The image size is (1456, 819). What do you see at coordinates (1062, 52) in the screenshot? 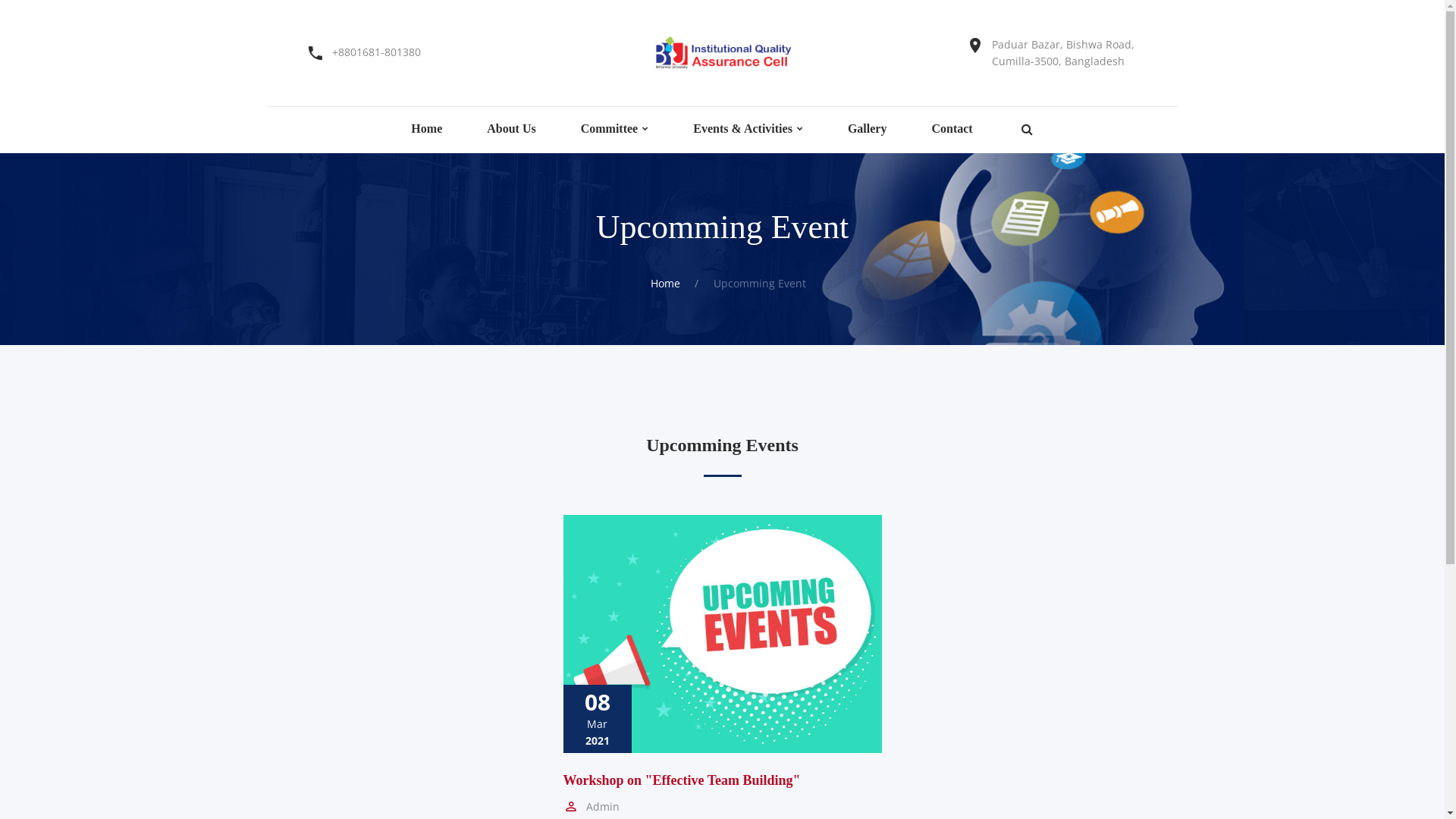
I see `'Paduar Bazar, Bishwa Road, Cumilla-3500, Bangladesh'` at bounding box center [1062, 52].